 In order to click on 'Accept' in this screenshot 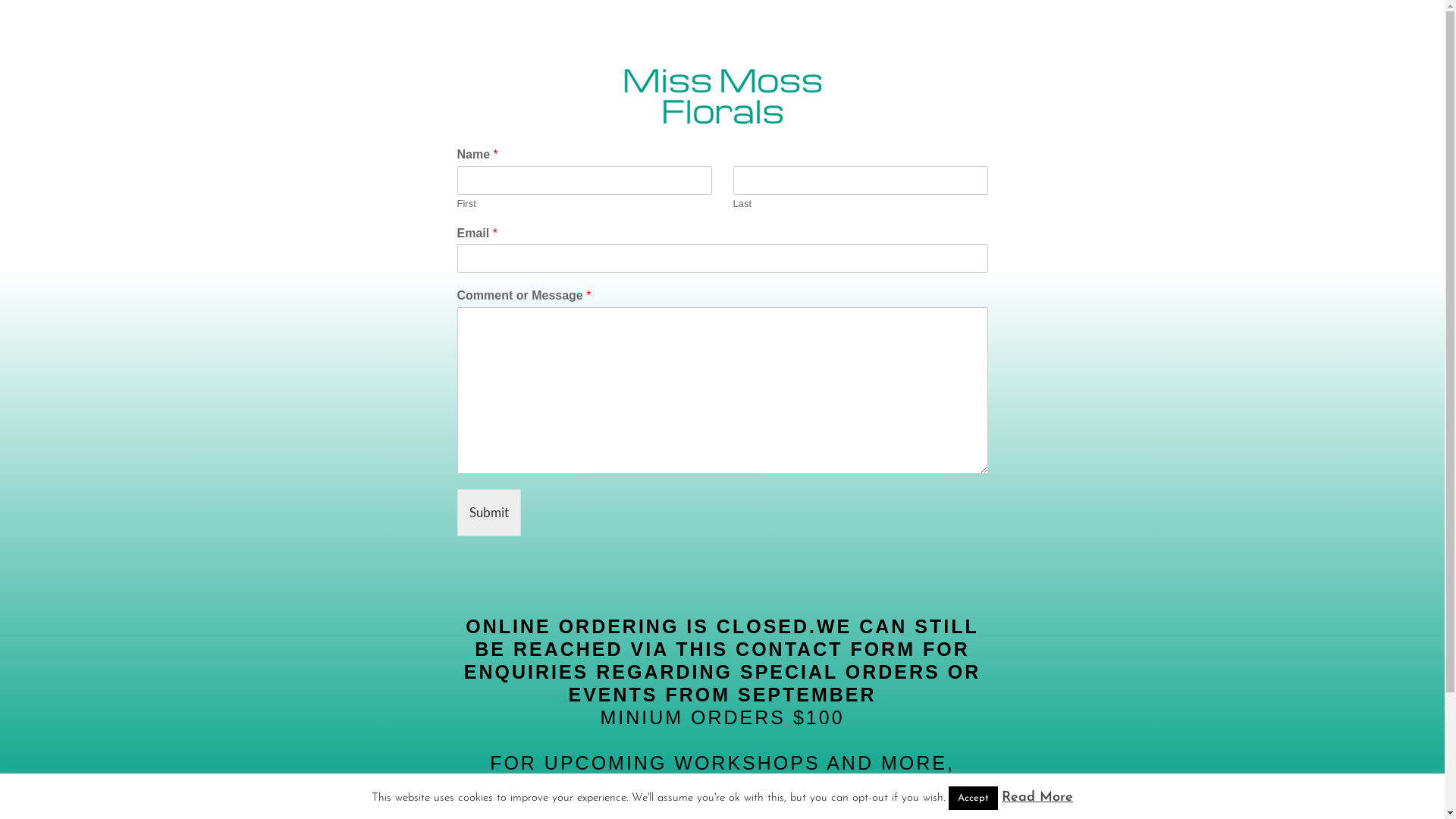, I will do `click(973, 797)`.